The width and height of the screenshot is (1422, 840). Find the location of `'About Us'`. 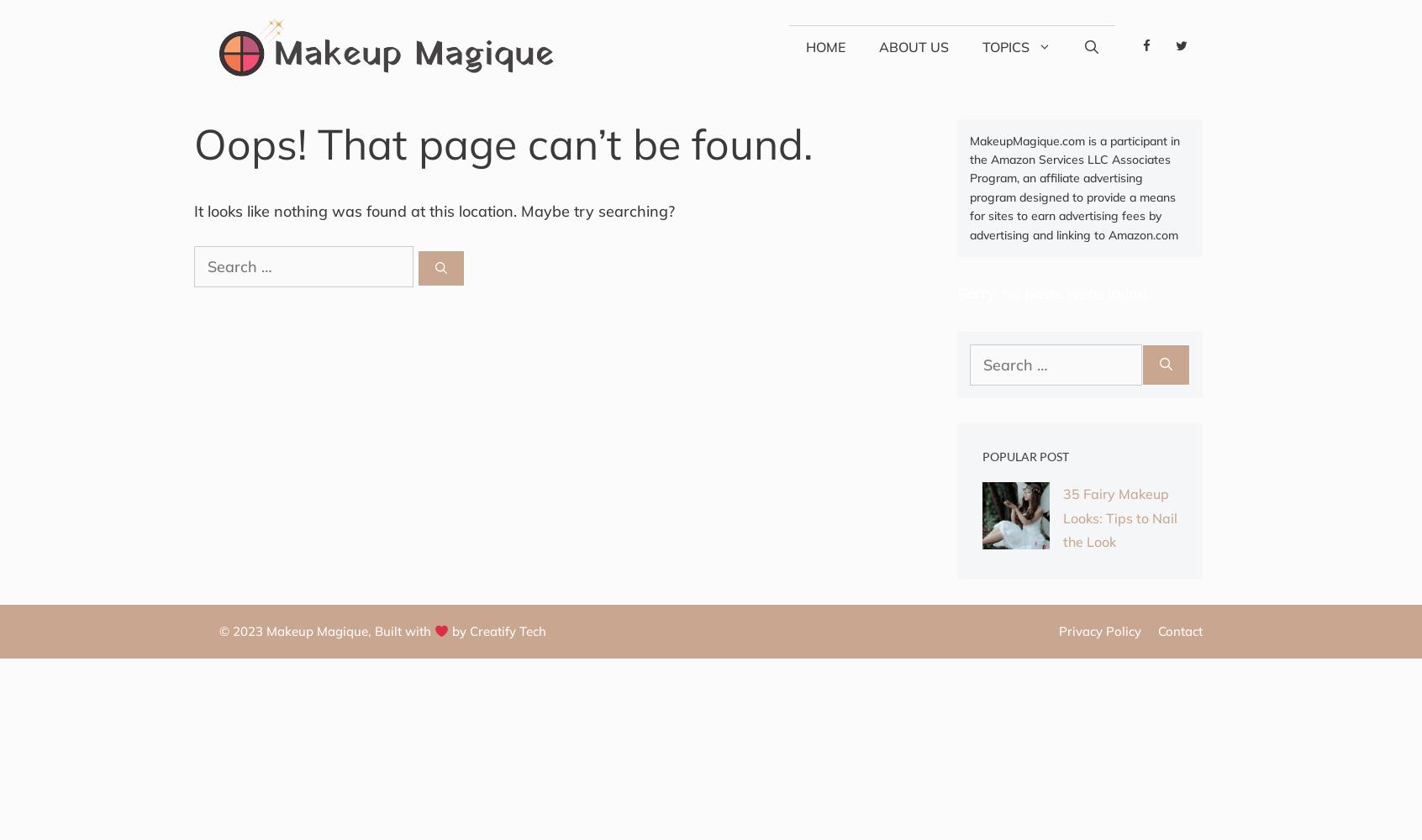

'About Us' is located at coordinates (877, 47).